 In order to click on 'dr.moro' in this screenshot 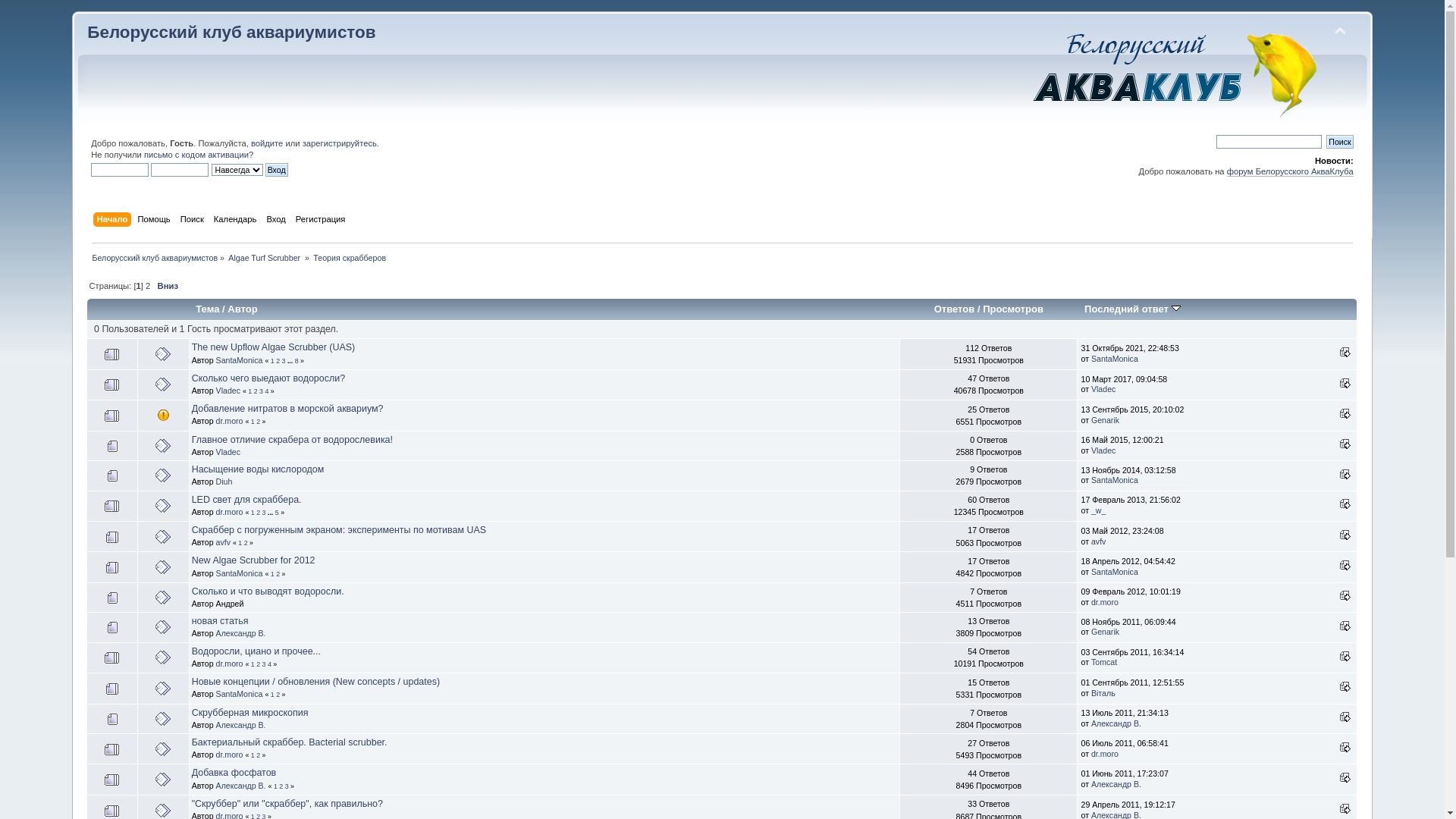, I will do `click(1105, 601)`.